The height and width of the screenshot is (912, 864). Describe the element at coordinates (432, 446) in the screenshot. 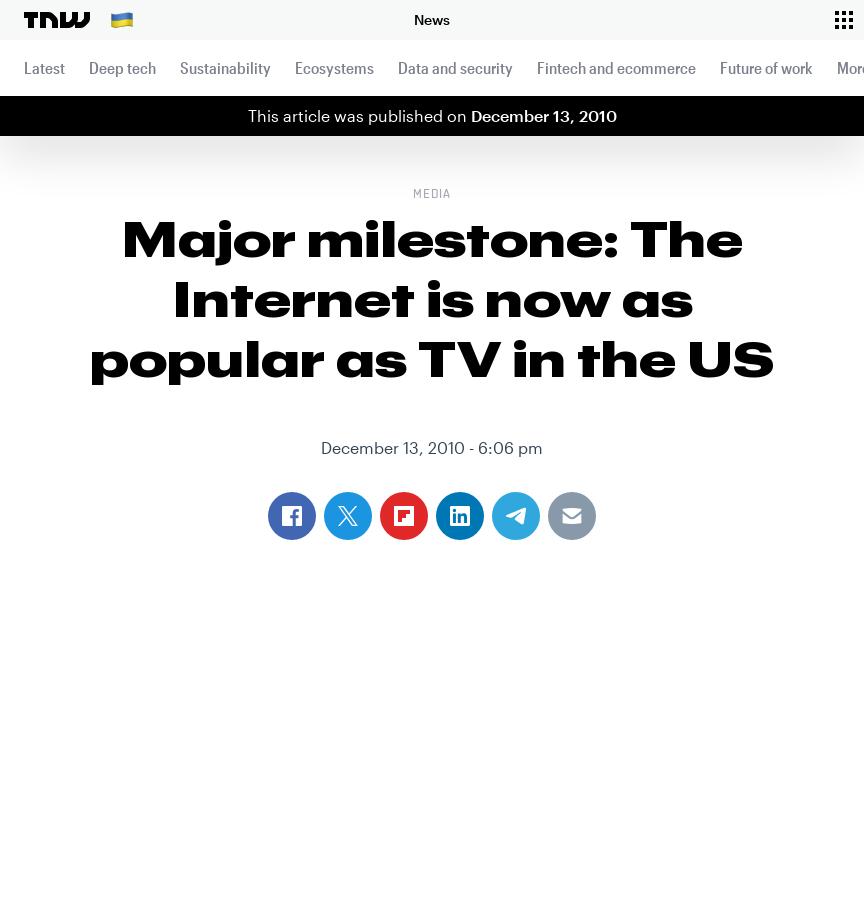

I see `'December 13, 2010 - 6:06 pm'` at that location.